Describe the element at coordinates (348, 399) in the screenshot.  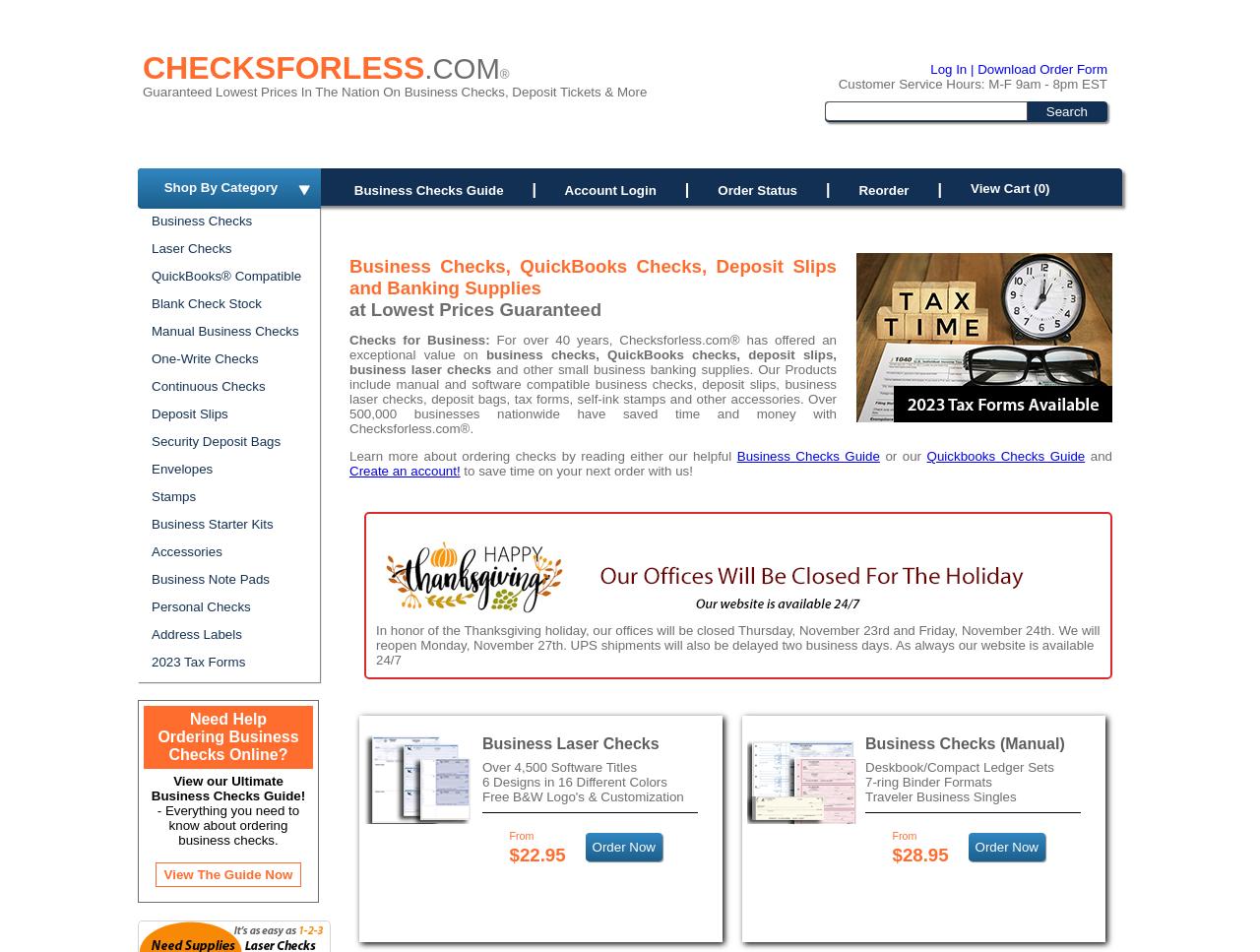
I see `'and other small business banking supplies. Our Products include manual and software compatible business checks, deposit slips, business laser checks, deposit bags, tax forms, self-ink stamps and other accessories. Over 500,000 businesses nationwide have saved time and money with Checksforless.com®.'` at that location.